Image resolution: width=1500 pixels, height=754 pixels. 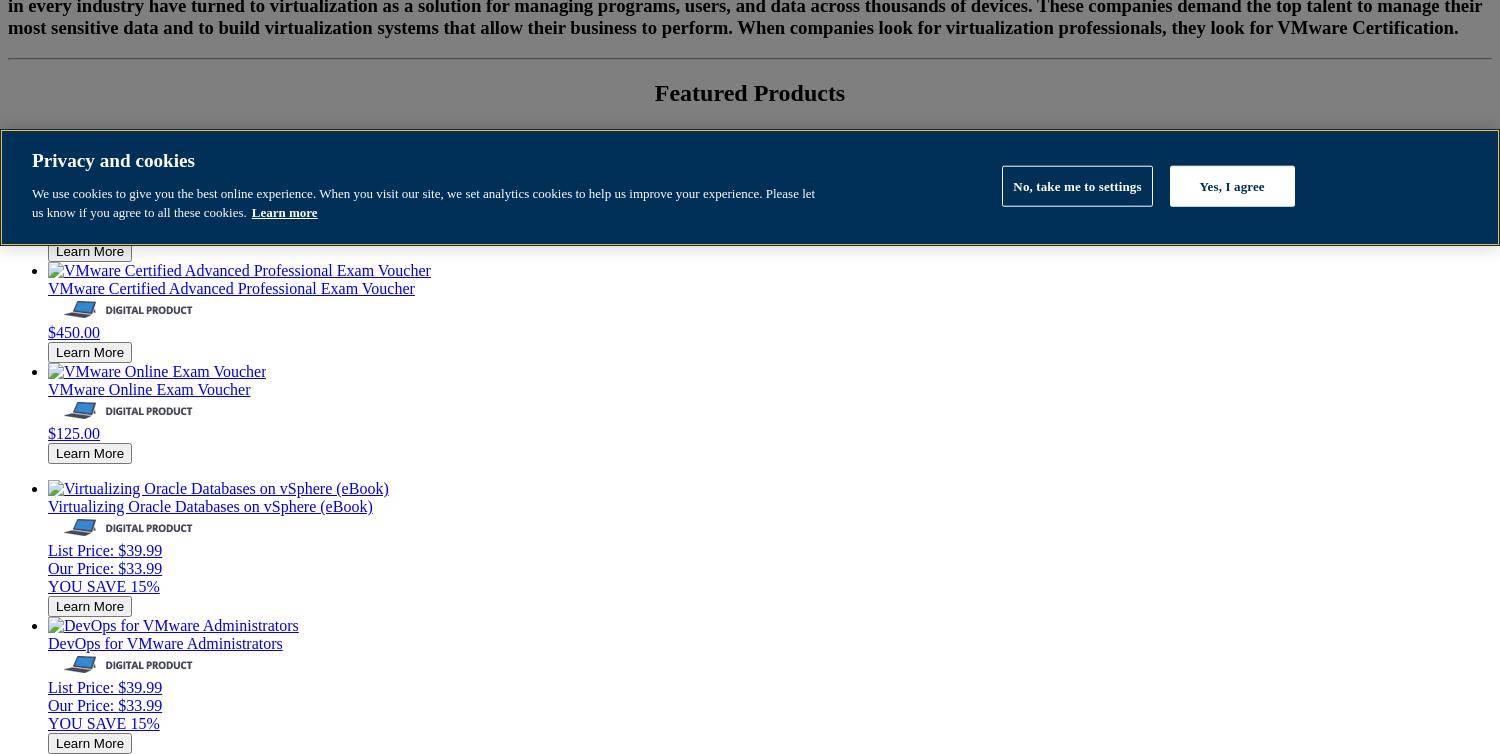 I want to click on 'Featured Products', so click(x=654, y=92).